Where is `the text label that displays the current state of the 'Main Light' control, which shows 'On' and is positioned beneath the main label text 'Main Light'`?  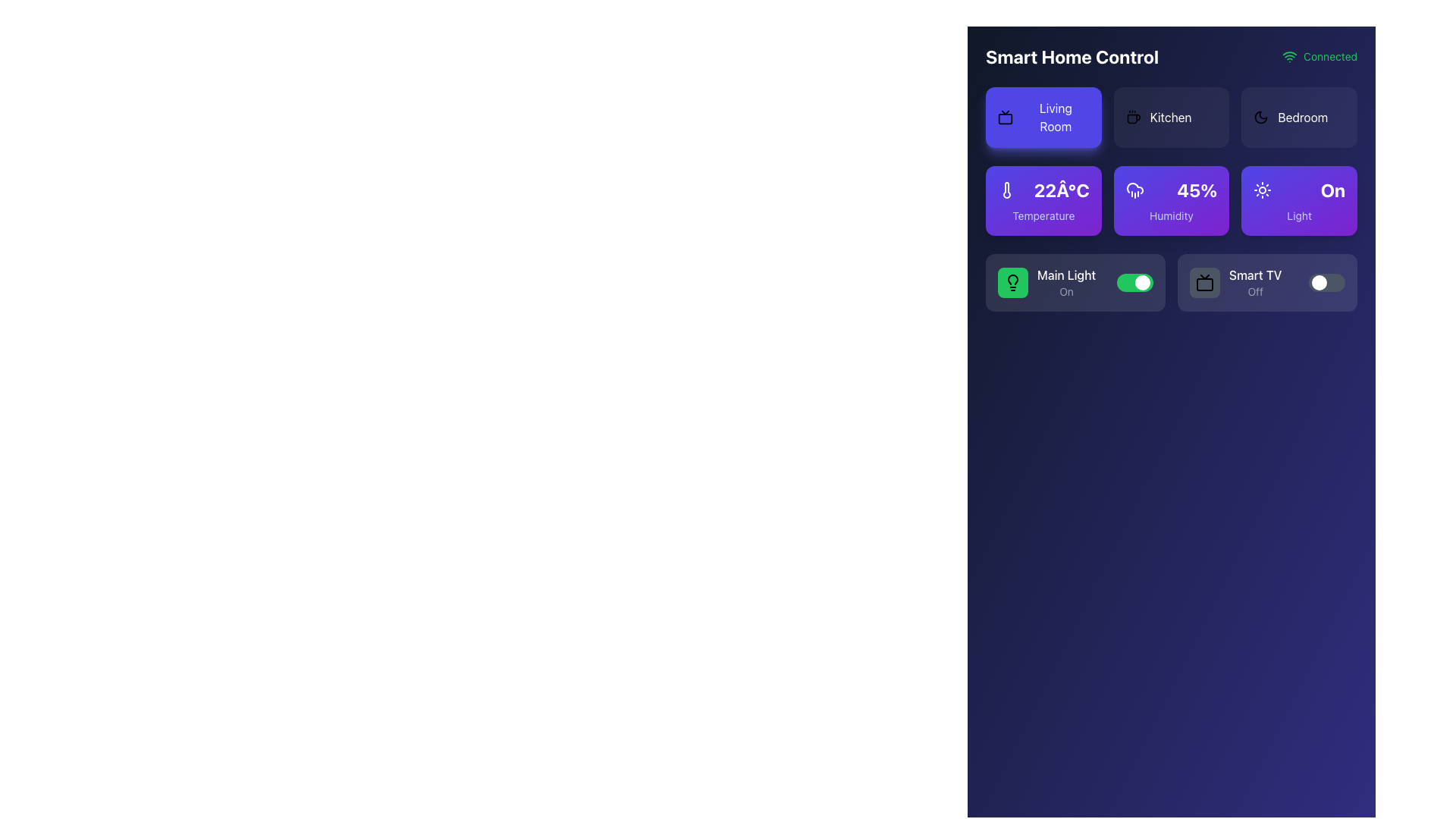
the text label that displays the current state of the 'Main Light' control, which shows 'On' and is positioned beneath the main label text 'Main Light' is located at coordinates (1065, 292).